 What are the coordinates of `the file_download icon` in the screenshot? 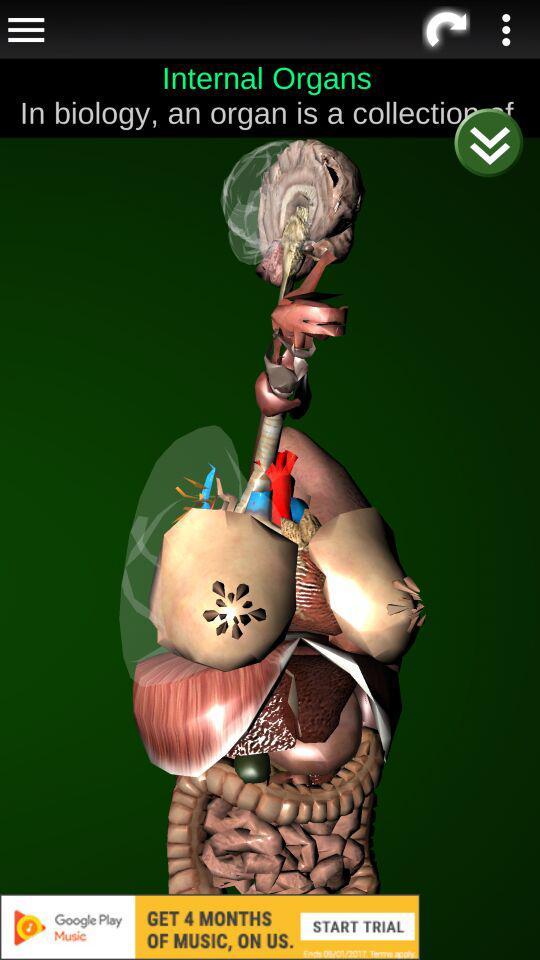 It's located at (442, 49).